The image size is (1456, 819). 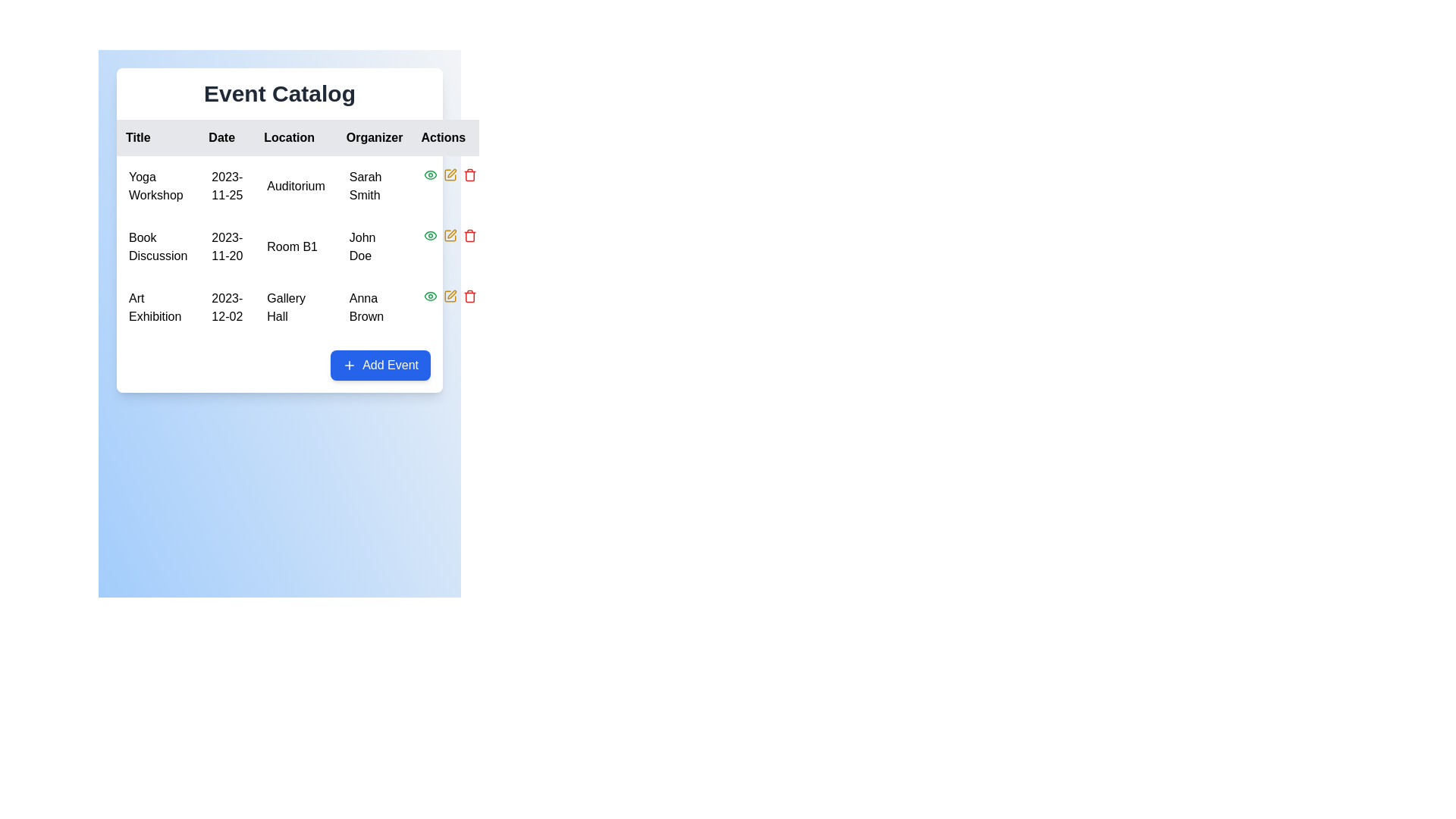 I want to click on the pencil icon in the first row under the 'Actions' column to initiate editing, so click(x=450, y=174).